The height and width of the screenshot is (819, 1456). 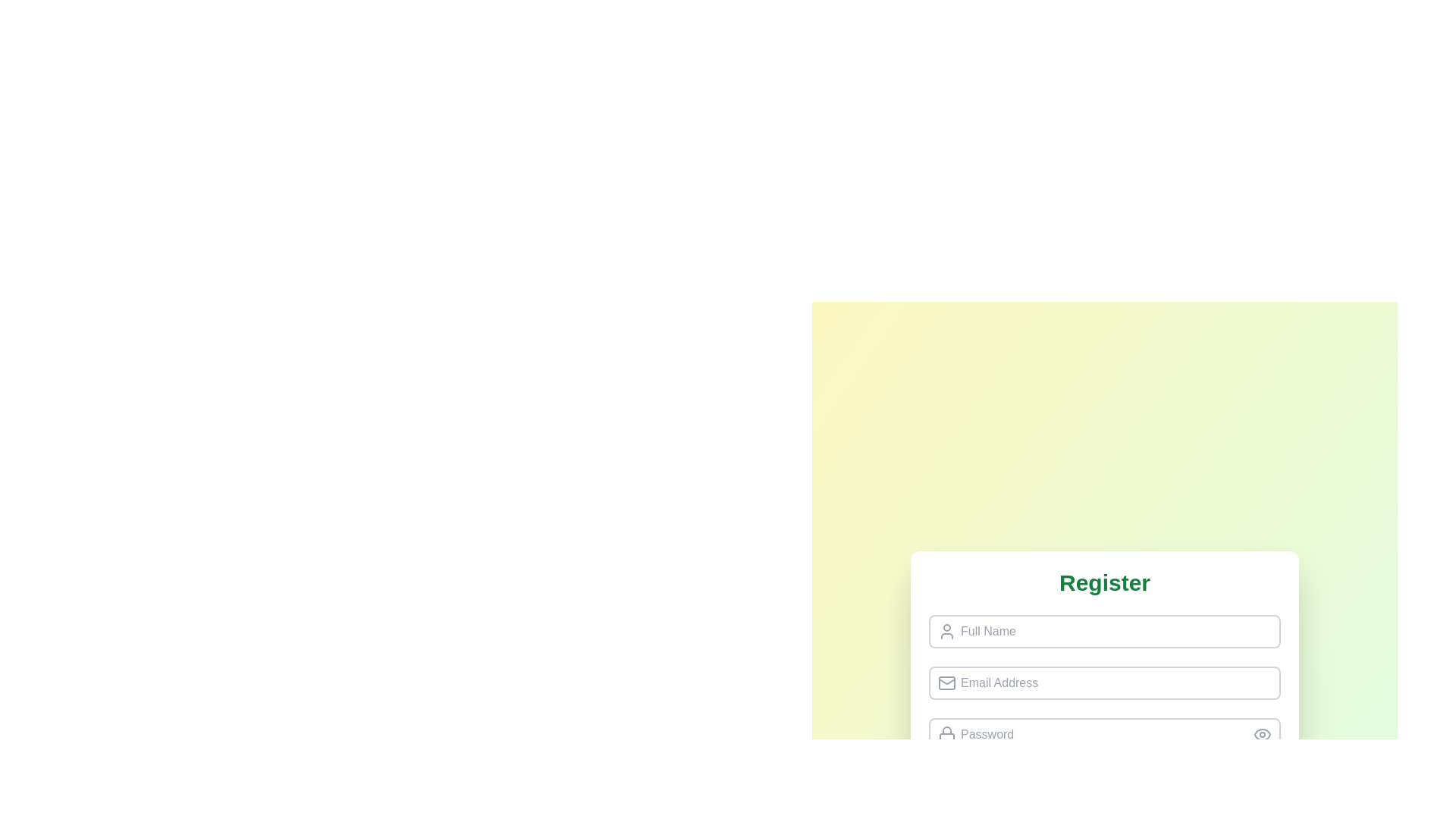 What do you see at coordinates (946, 683) in the screenshot?
I see `the small mail icon, which is a minimalist outline design positioned to the left of the 'Email Address' input field` at bounding box center [946, 683].